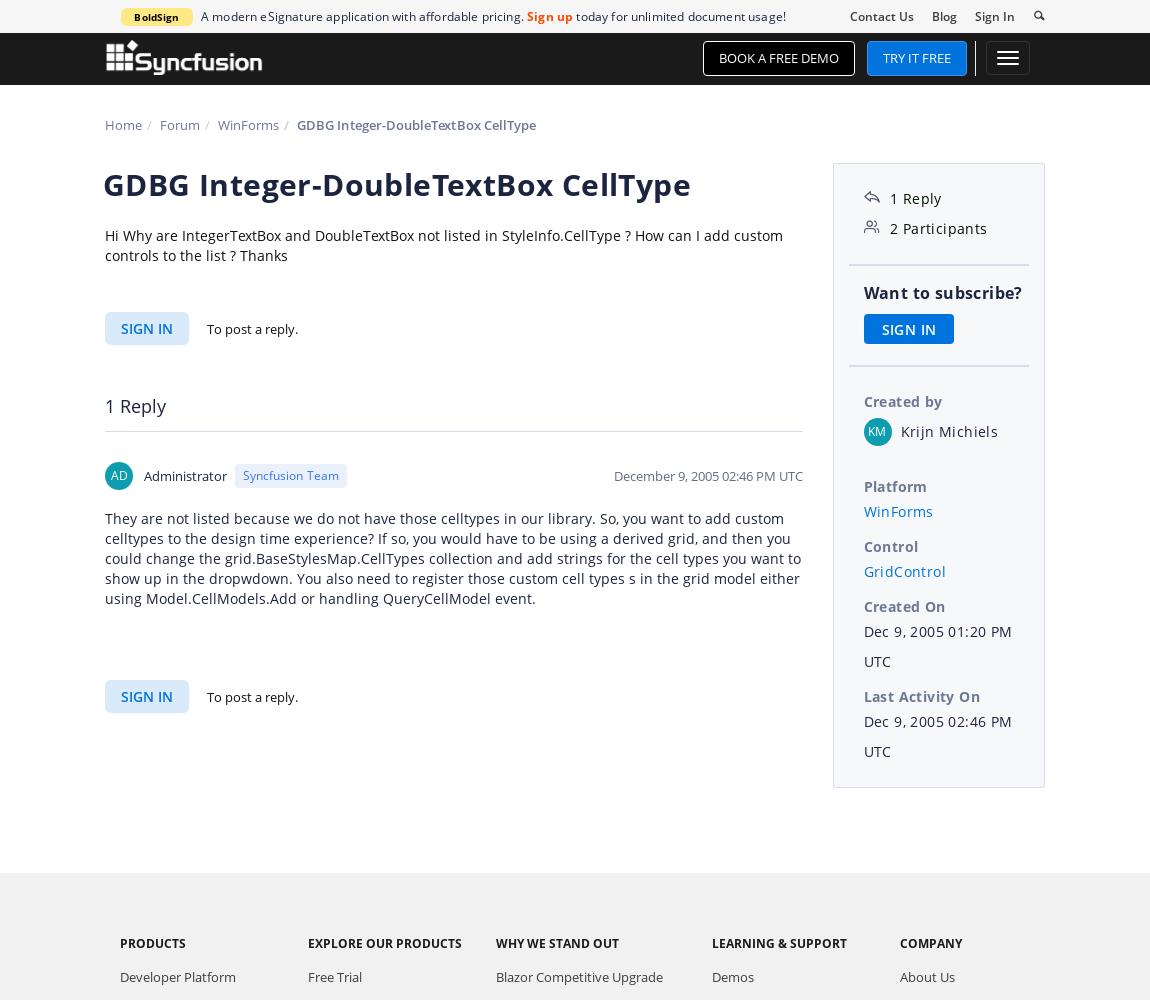 The width and height of the screenshot is (1150, 1000). I want to click on 'TRY IT FREE', so click(882, 58).